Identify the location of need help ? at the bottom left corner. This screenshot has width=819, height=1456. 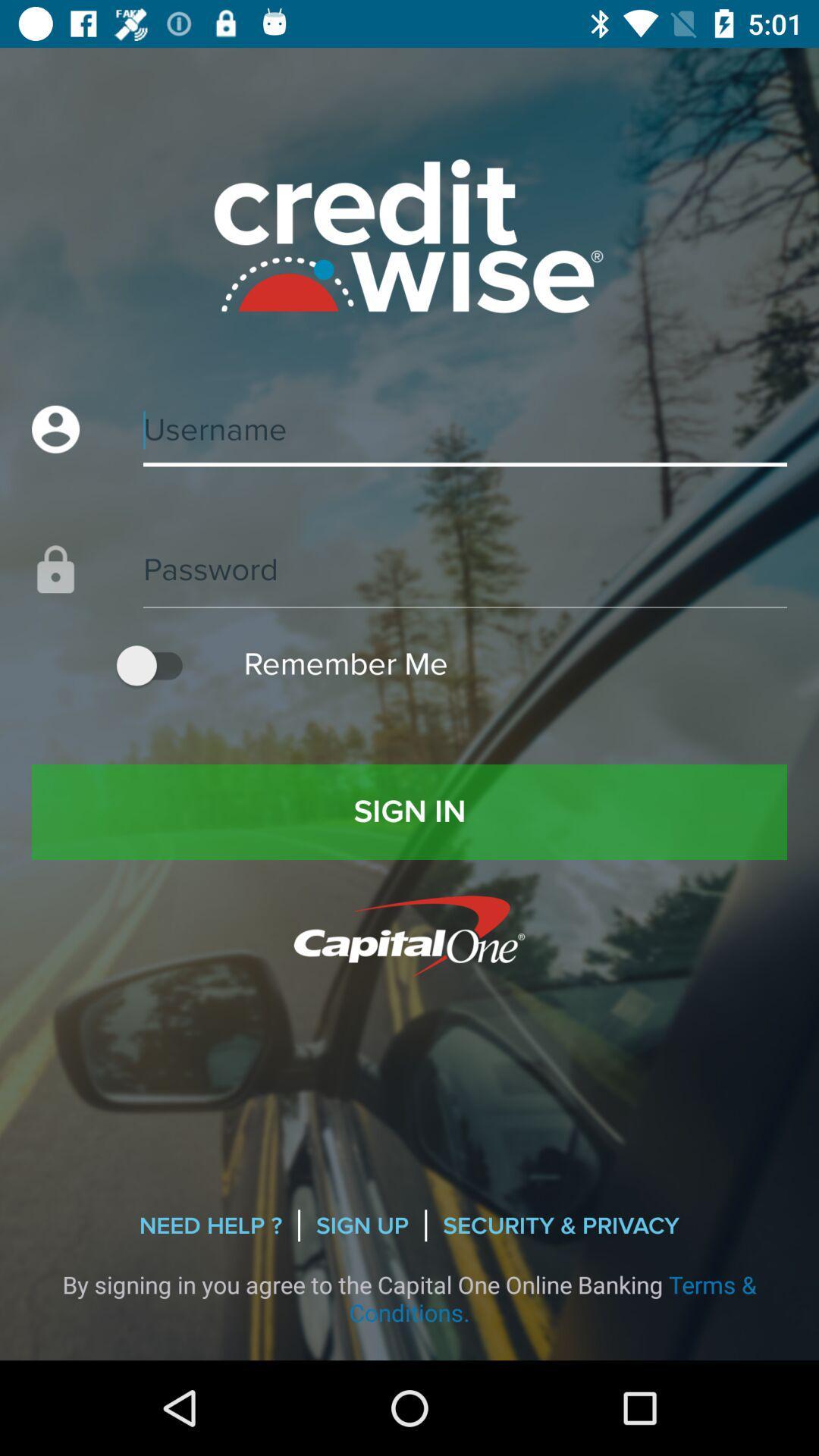
(210, 1225).